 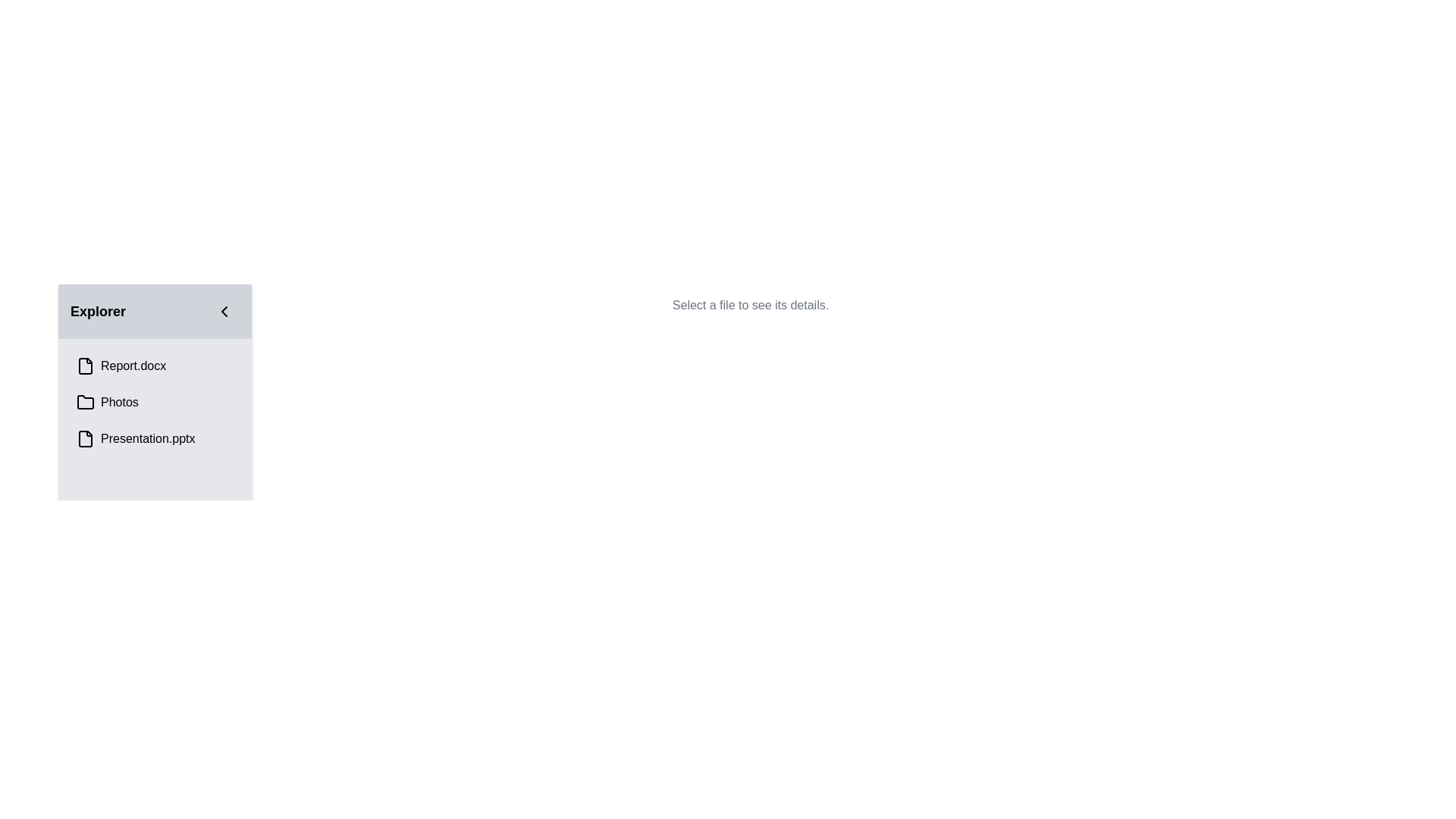 What do you see at coordinates (85, 438) in the screenshot?
I see `the document icon, which is a gray outline of a file with a folded corner, located to the left of the filename 'Presentation.pptx'` at bounding box center [85, 438].